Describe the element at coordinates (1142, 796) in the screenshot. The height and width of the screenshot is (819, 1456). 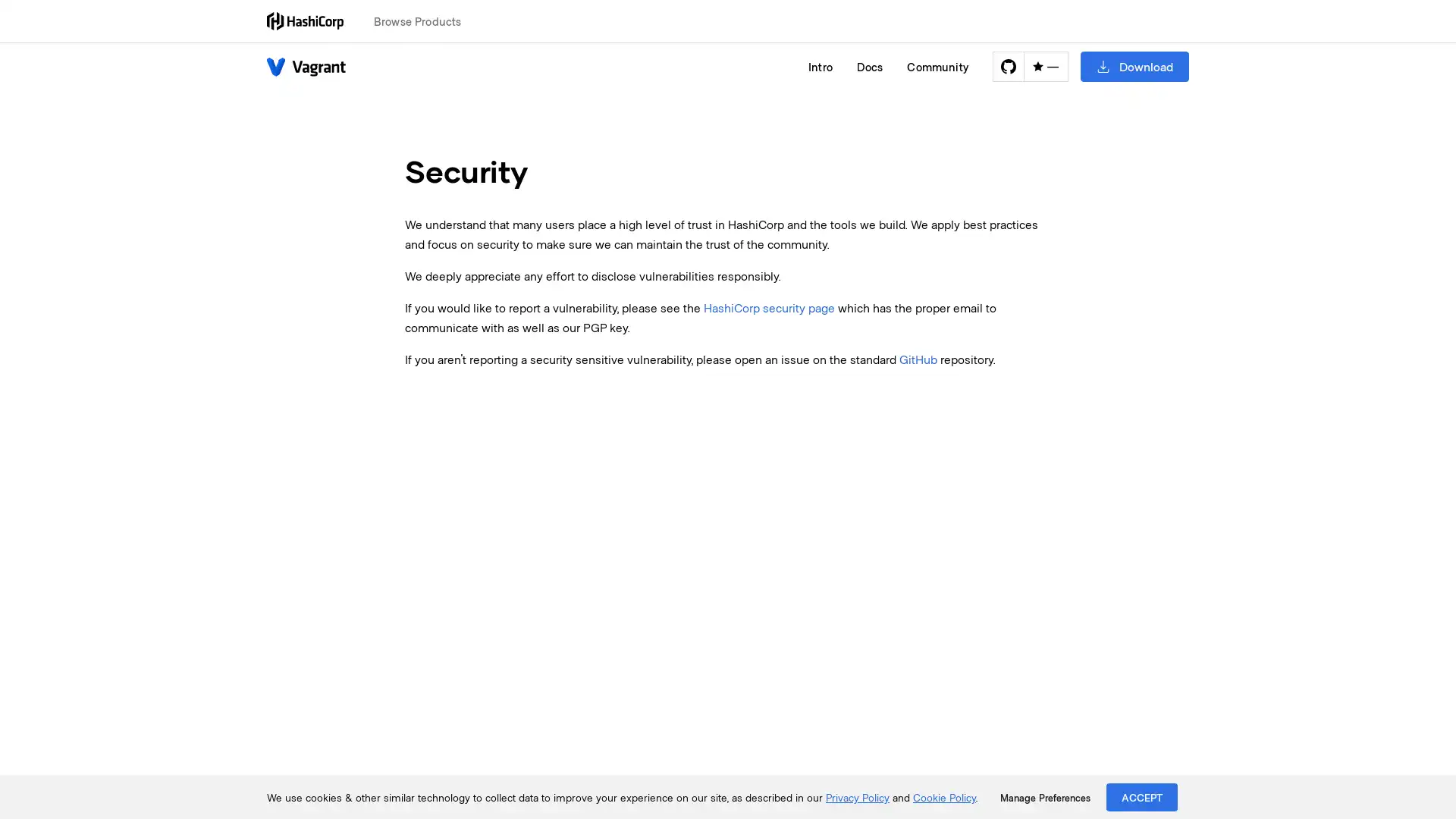
I see `ACCEPT` at that location.